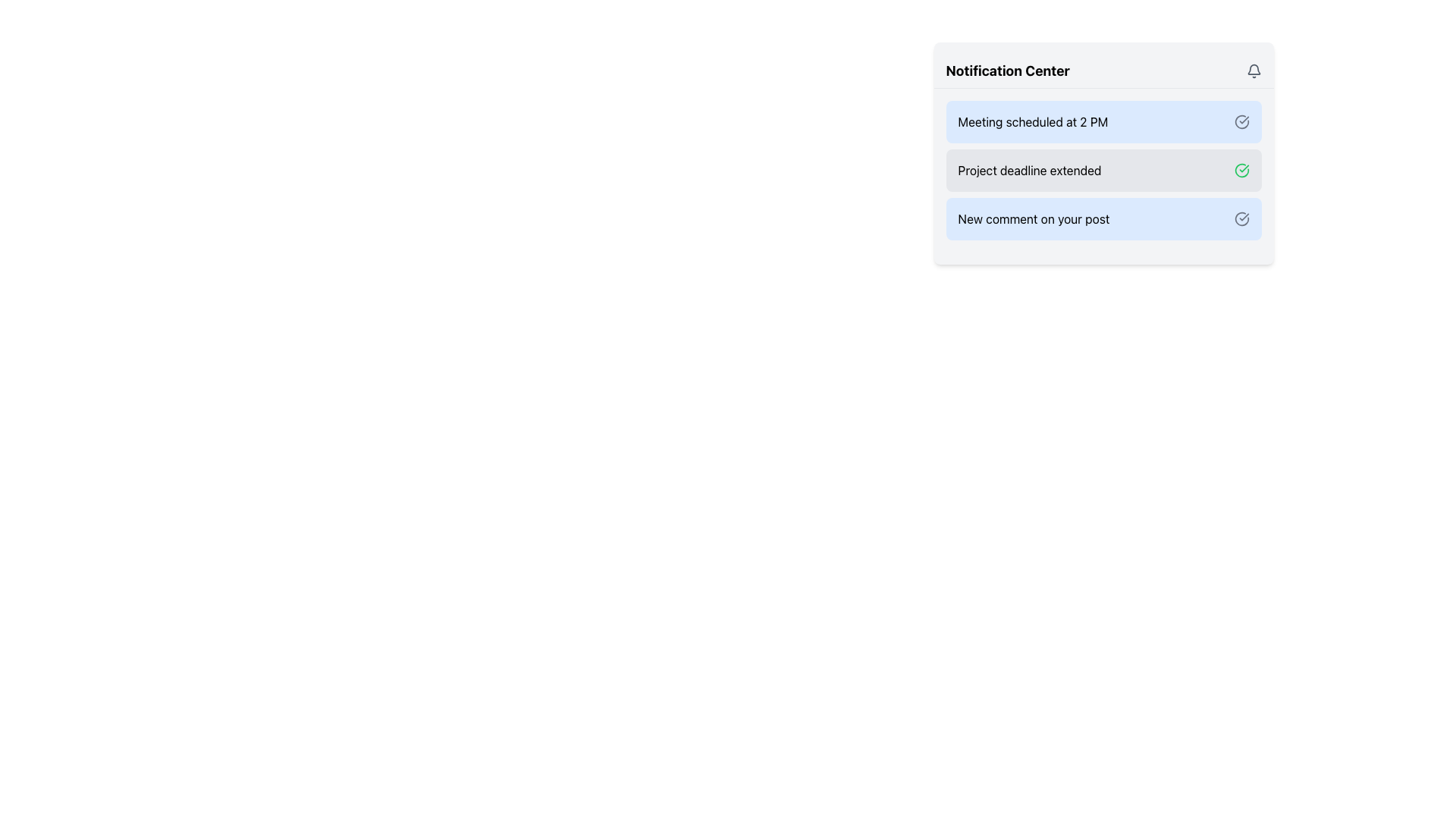 This screenshot has width=1456, height=819. I want to click on the static text label that displays information about a new comment on the user's post, which is the third entry in the notification list, below 'Project deadline extended', so click(1033, 219).